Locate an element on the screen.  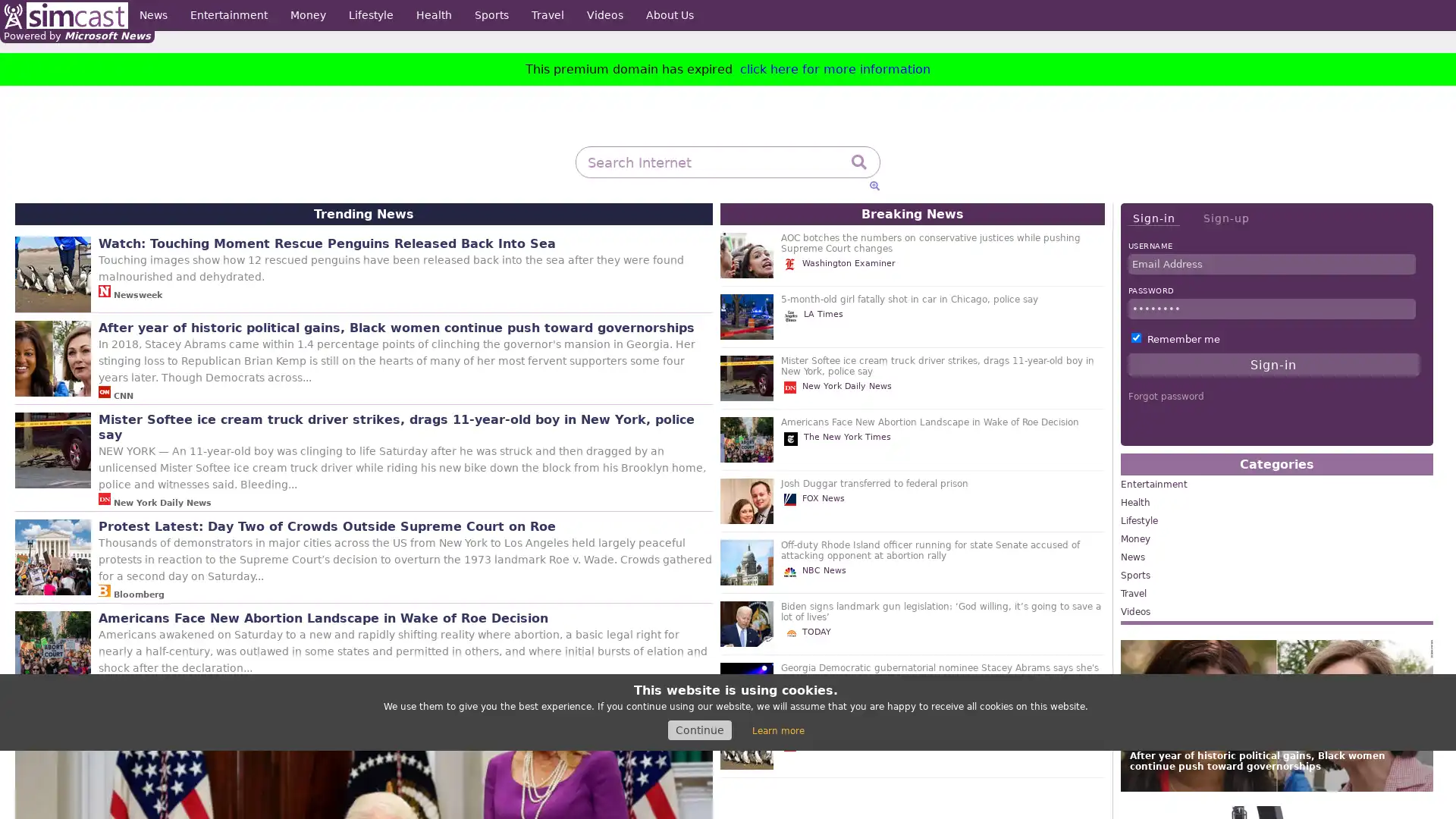
Sign-in is located at coordinates (1273, 365).